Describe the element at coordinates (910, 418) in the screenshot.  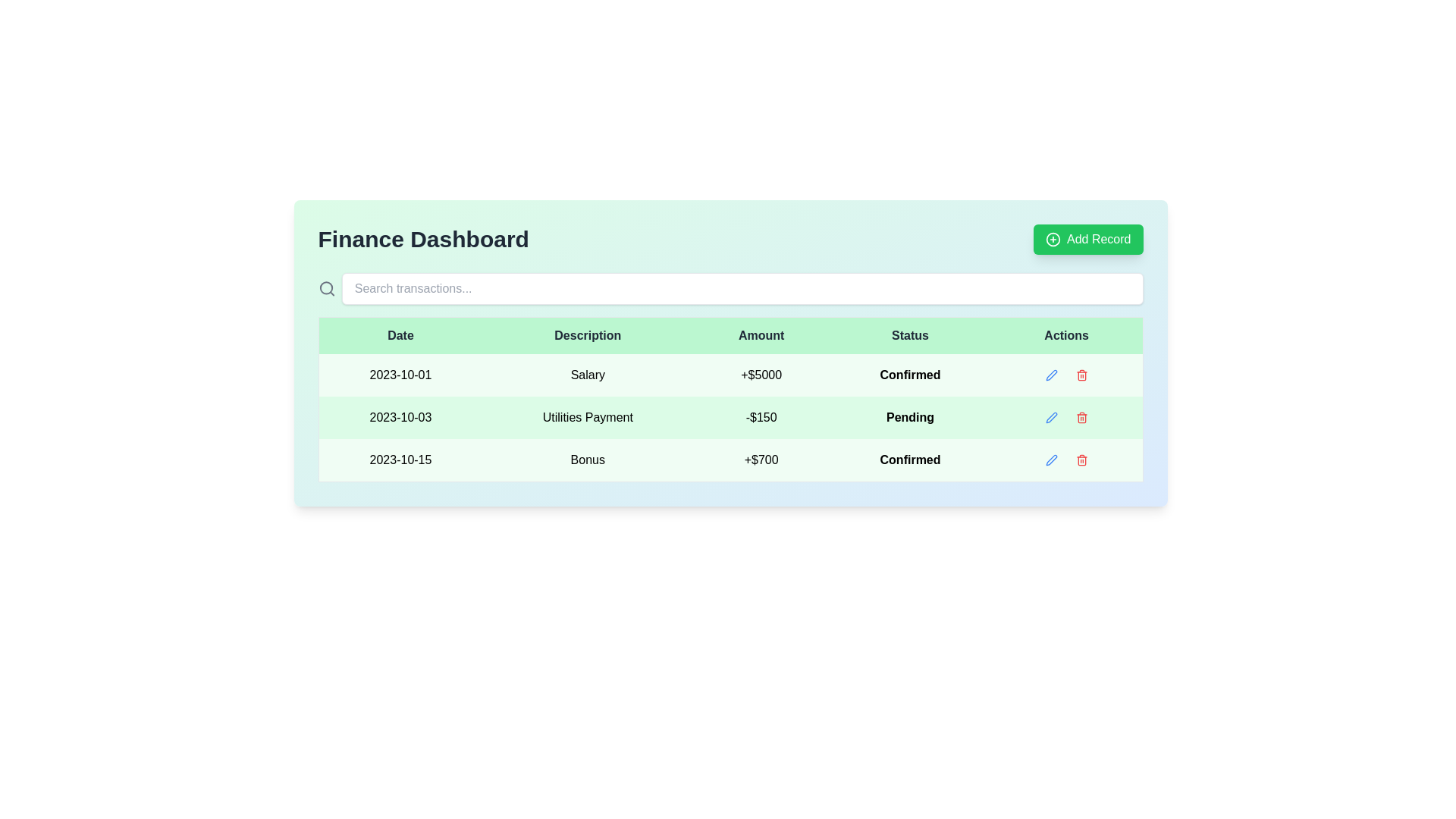
I see `the 'Pending' text label in the 'Status' column of the second row in the Finance Dashboard table` at that location.